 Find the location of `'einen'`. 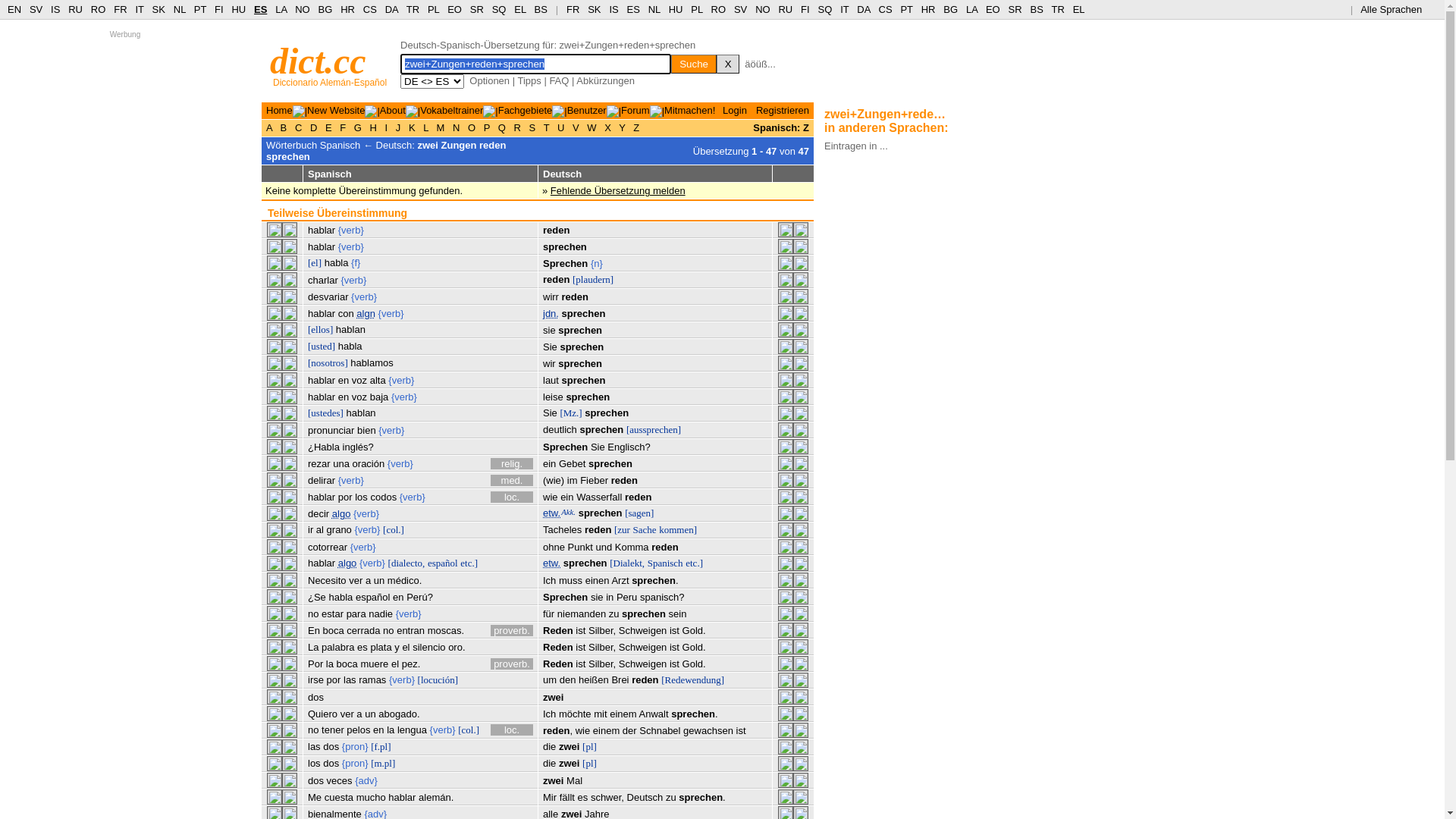

'einen' is located at coordinates (596, 580).